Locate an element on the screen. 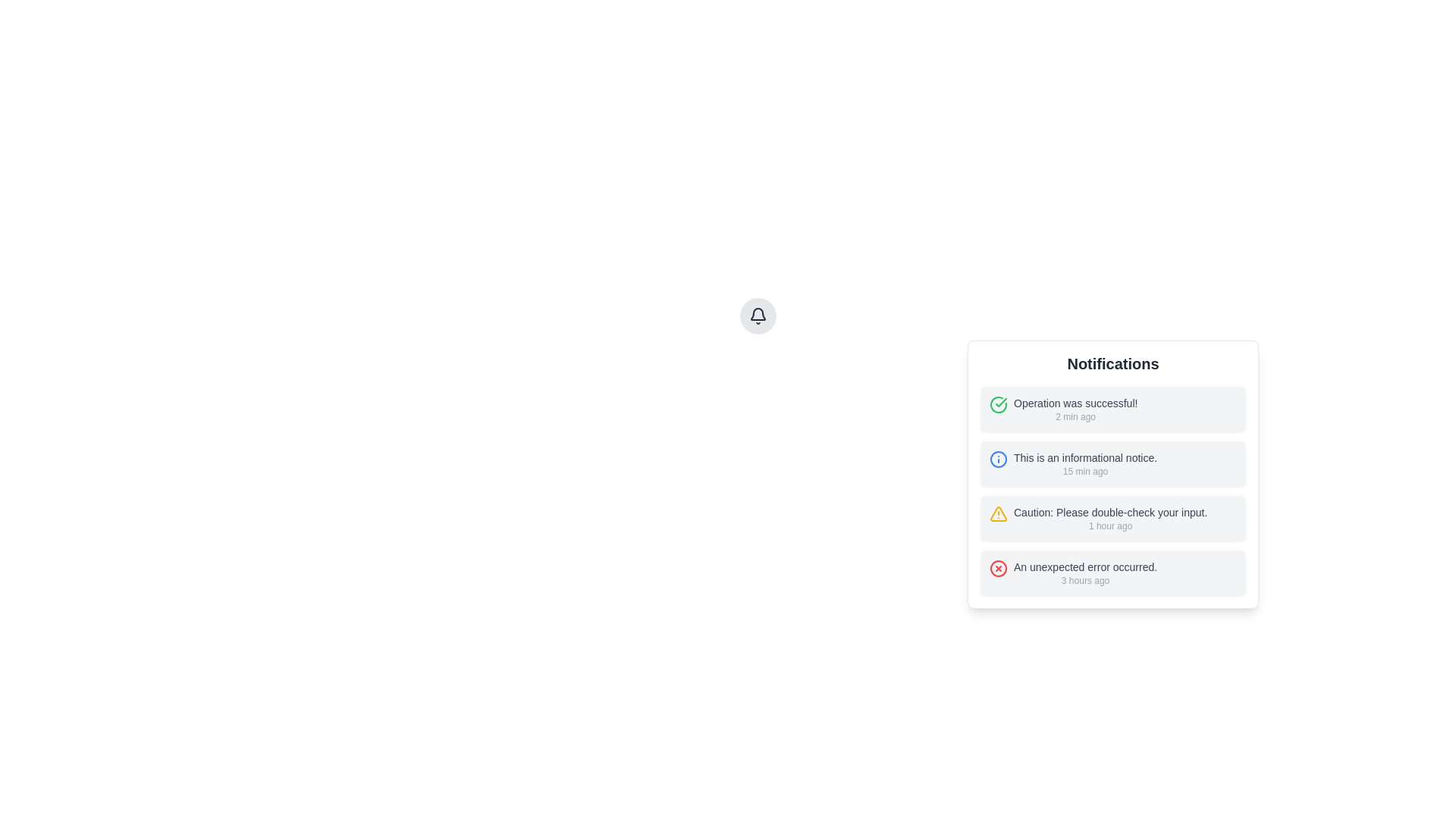 The width and height of the screenshot is (1456, 819). the static text warning message and its timestamp, which states 'Caution: Please double-check your input.' followed by '1 hour ago' is located at coordinates (1110, 517).